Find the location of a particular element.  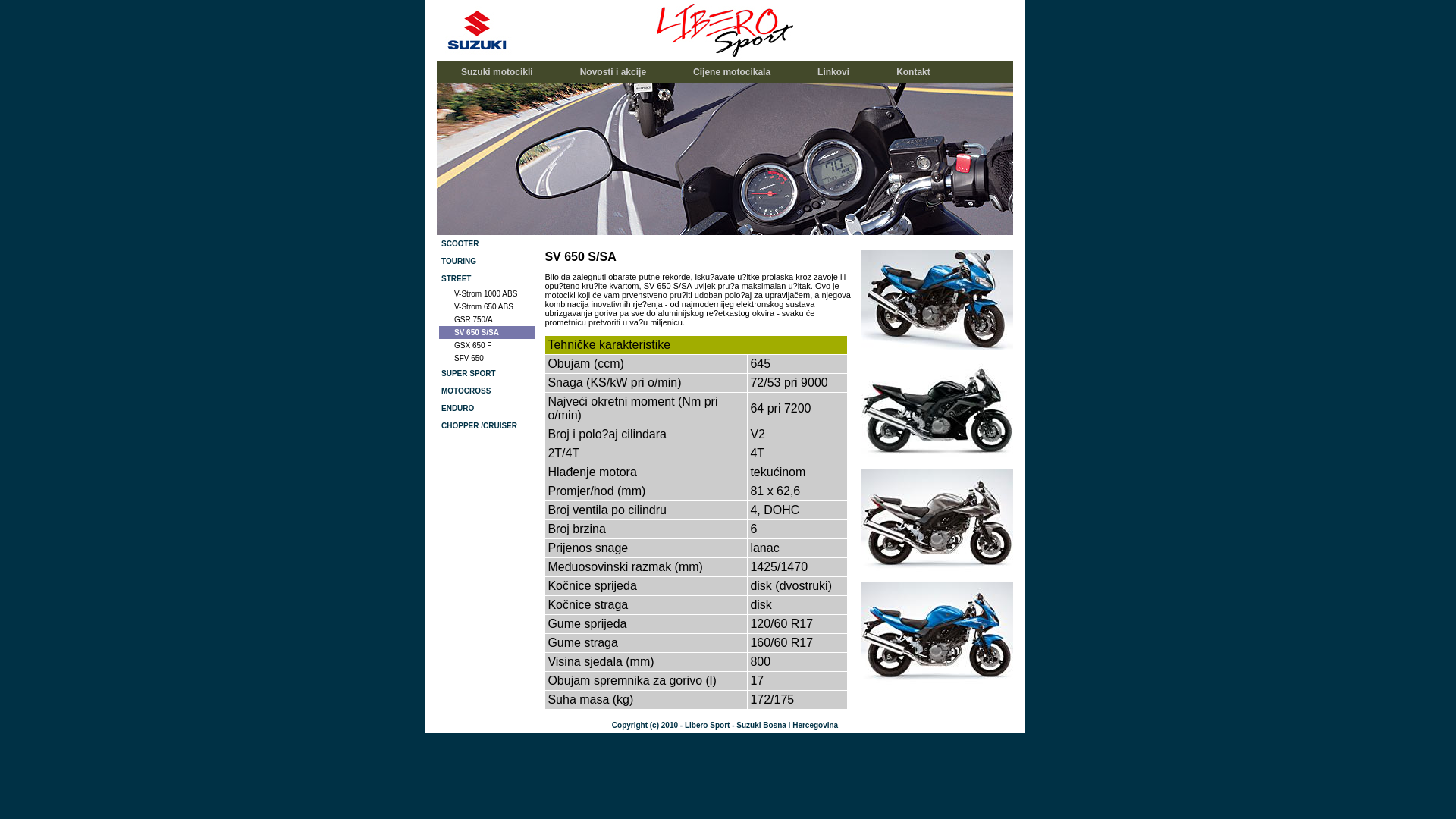

'GSX 650 F' is located at coordinates (487, 345).